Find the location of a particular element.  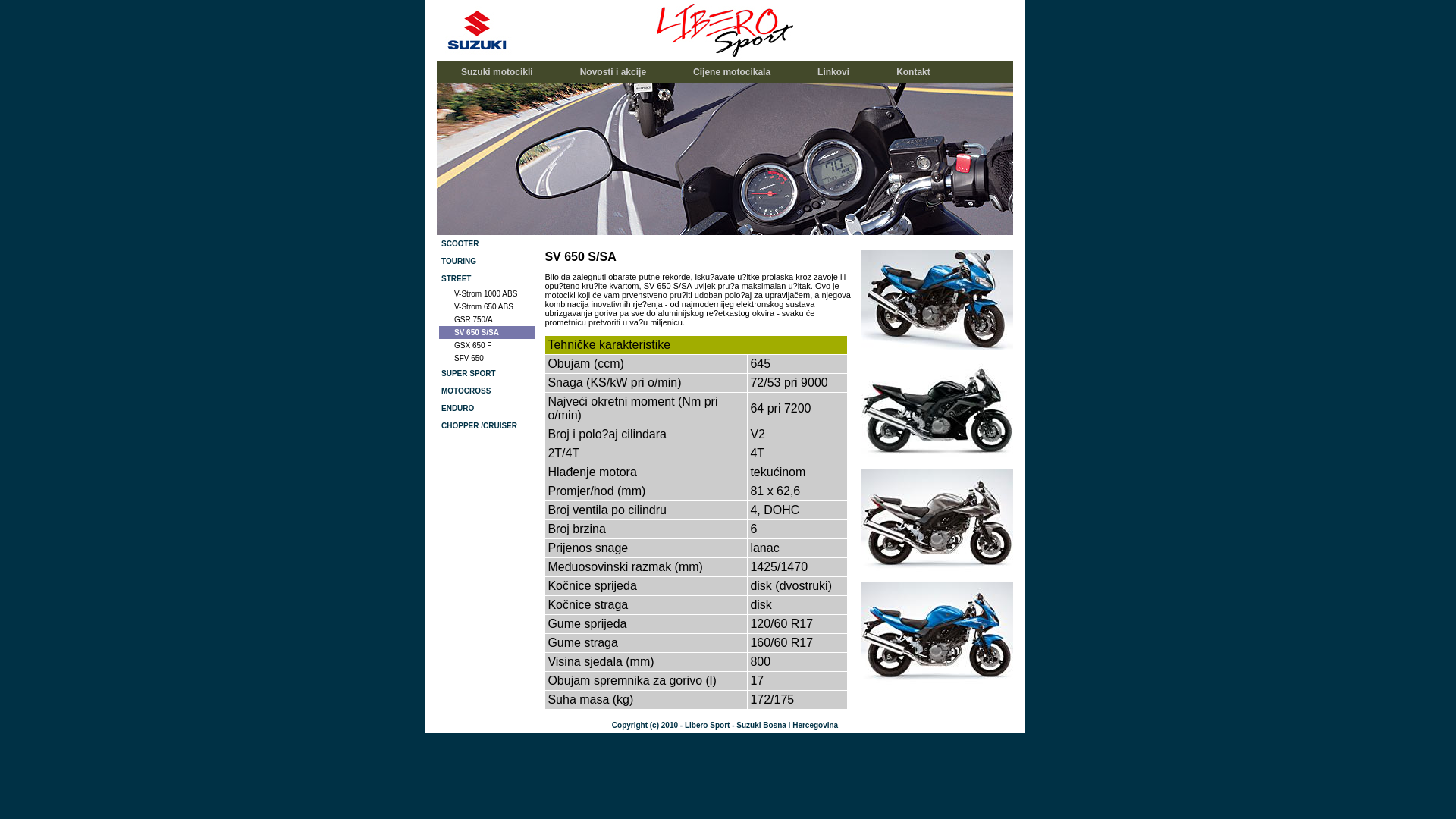

'GSX 650 F' is located at coordinates (487, 345).